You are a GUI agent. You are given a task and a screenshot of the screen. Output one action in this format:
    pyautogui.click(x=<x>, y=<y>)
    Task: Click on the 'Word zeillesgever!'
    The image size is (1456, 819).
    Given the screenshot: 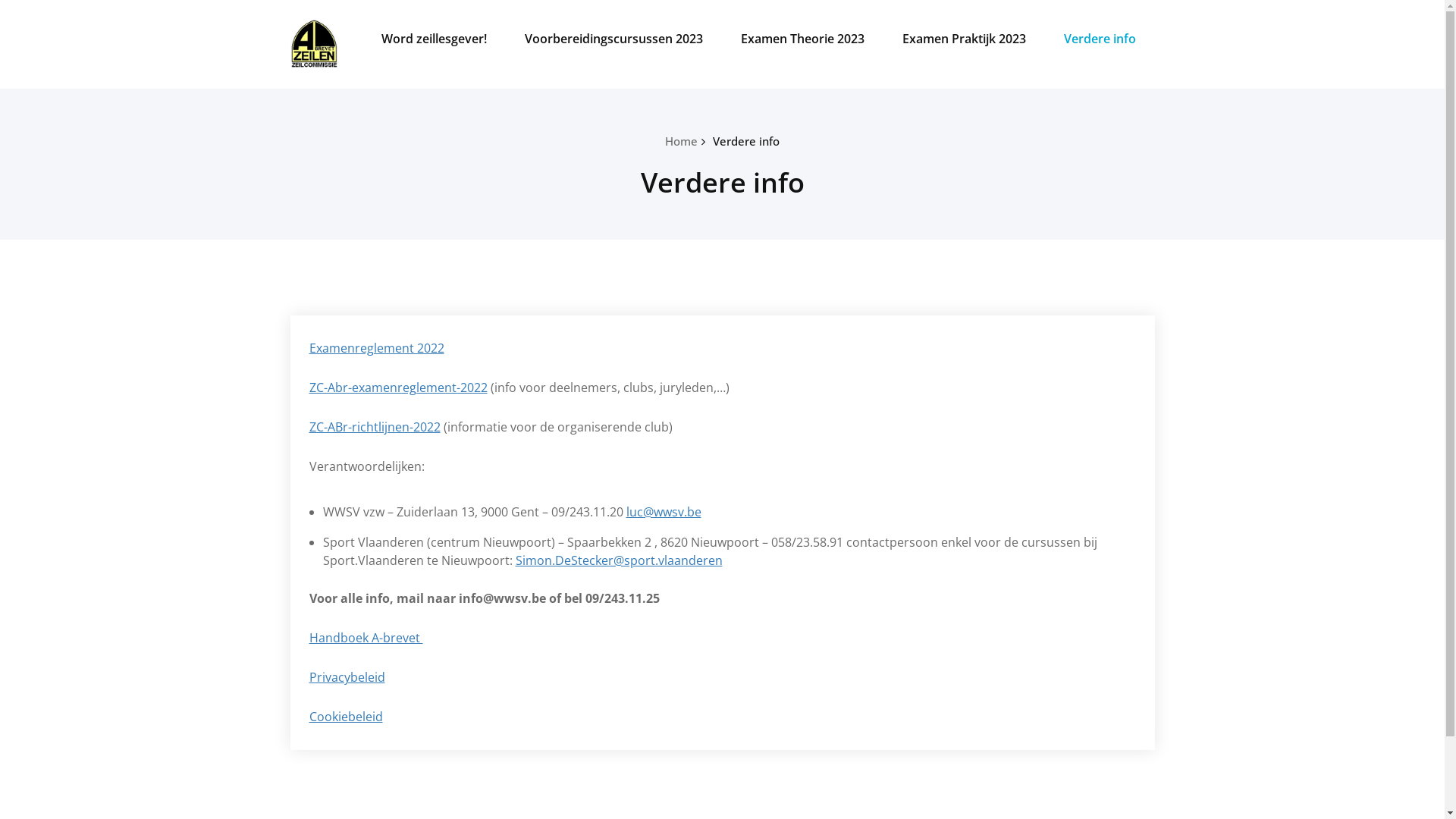 What is the action you would take?
    pyautogui.click(x=433, y=37)
    